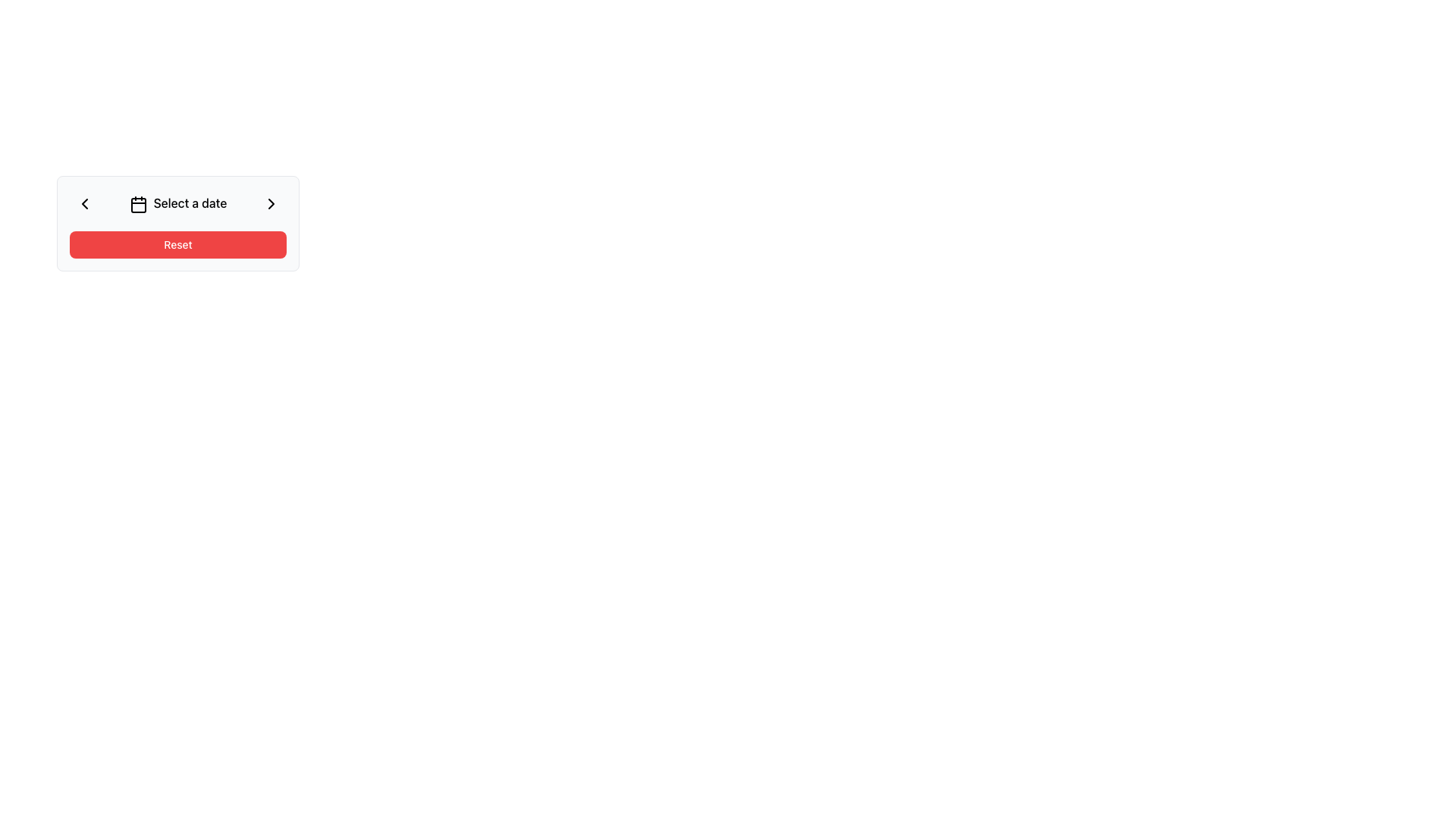 This screenshot has width=1456, height=819. Describe the element at coordinates (271, 203) in the screenshot. I see `the button with a right-pointing chevron, which is the rightmost element in the group containing 'Select a date' and a left chevron button` at that location.